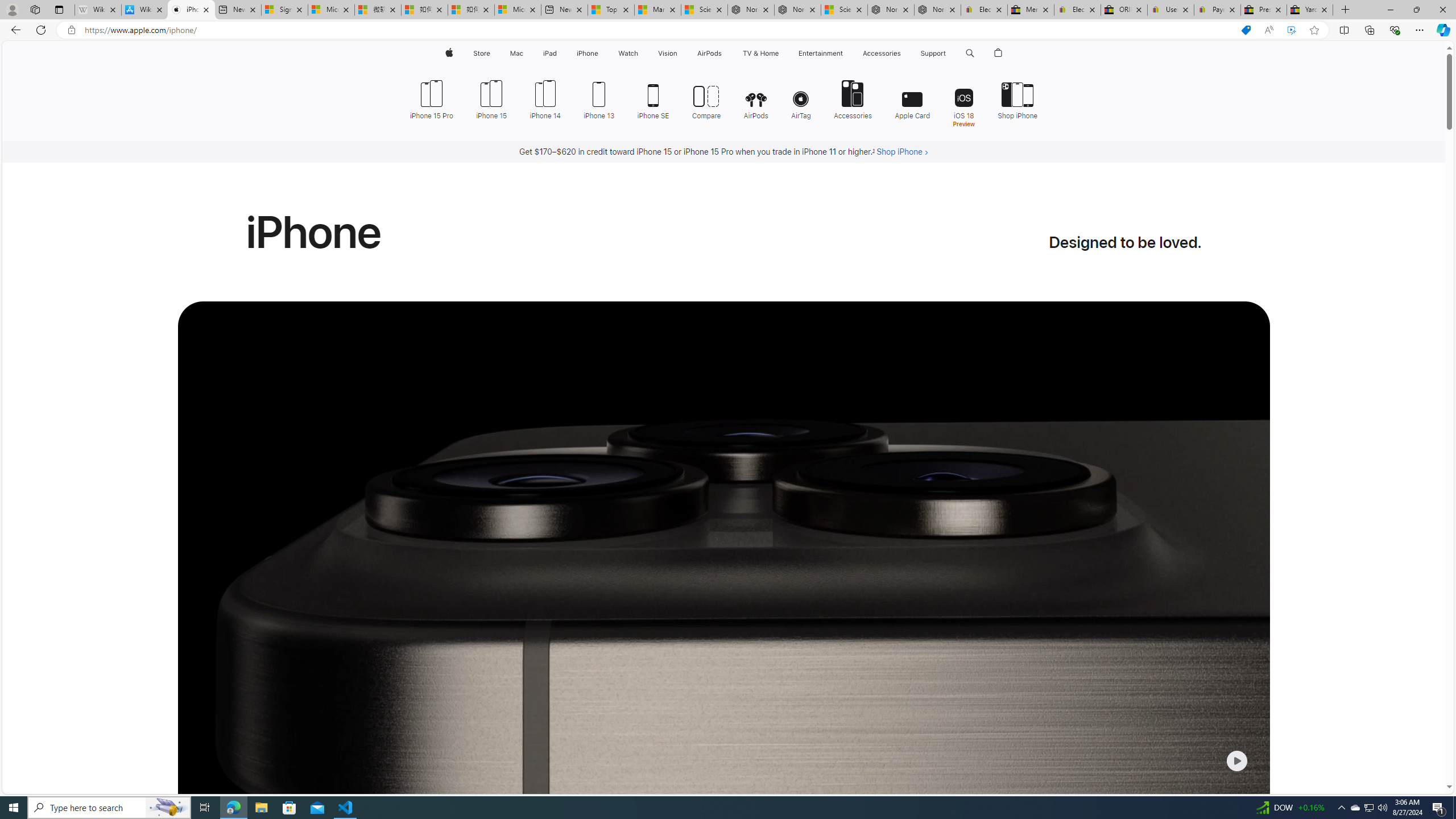  Describe the element at coordinates (781, 53) in the screenshot. I see `'TV and Home menu'` at that location.